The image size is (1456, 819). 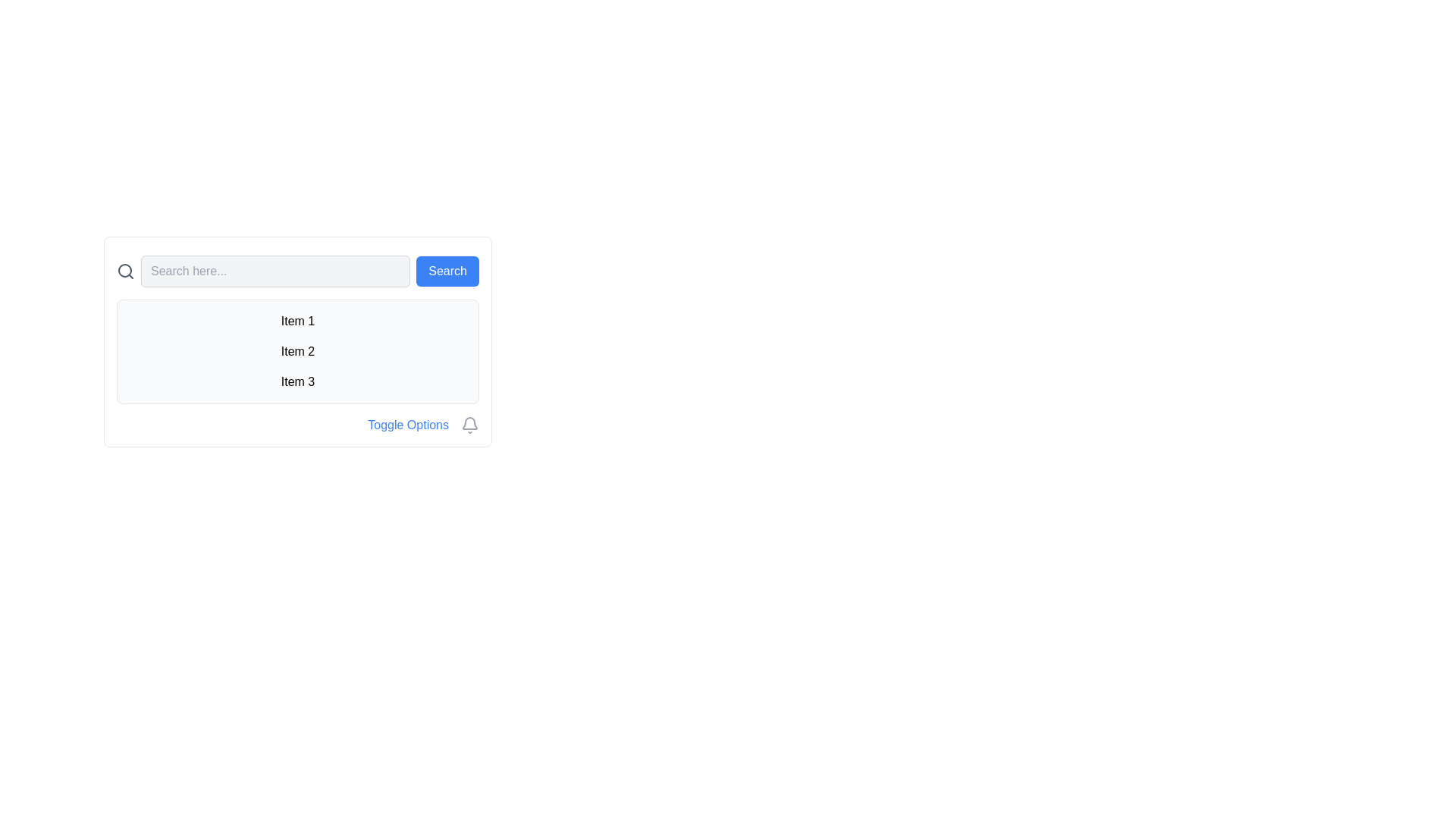 What do you see at coordinates (298, 351) in the screenshot?
I see `the list item displaying 'Item 2'` at bounding box center [298, 351].